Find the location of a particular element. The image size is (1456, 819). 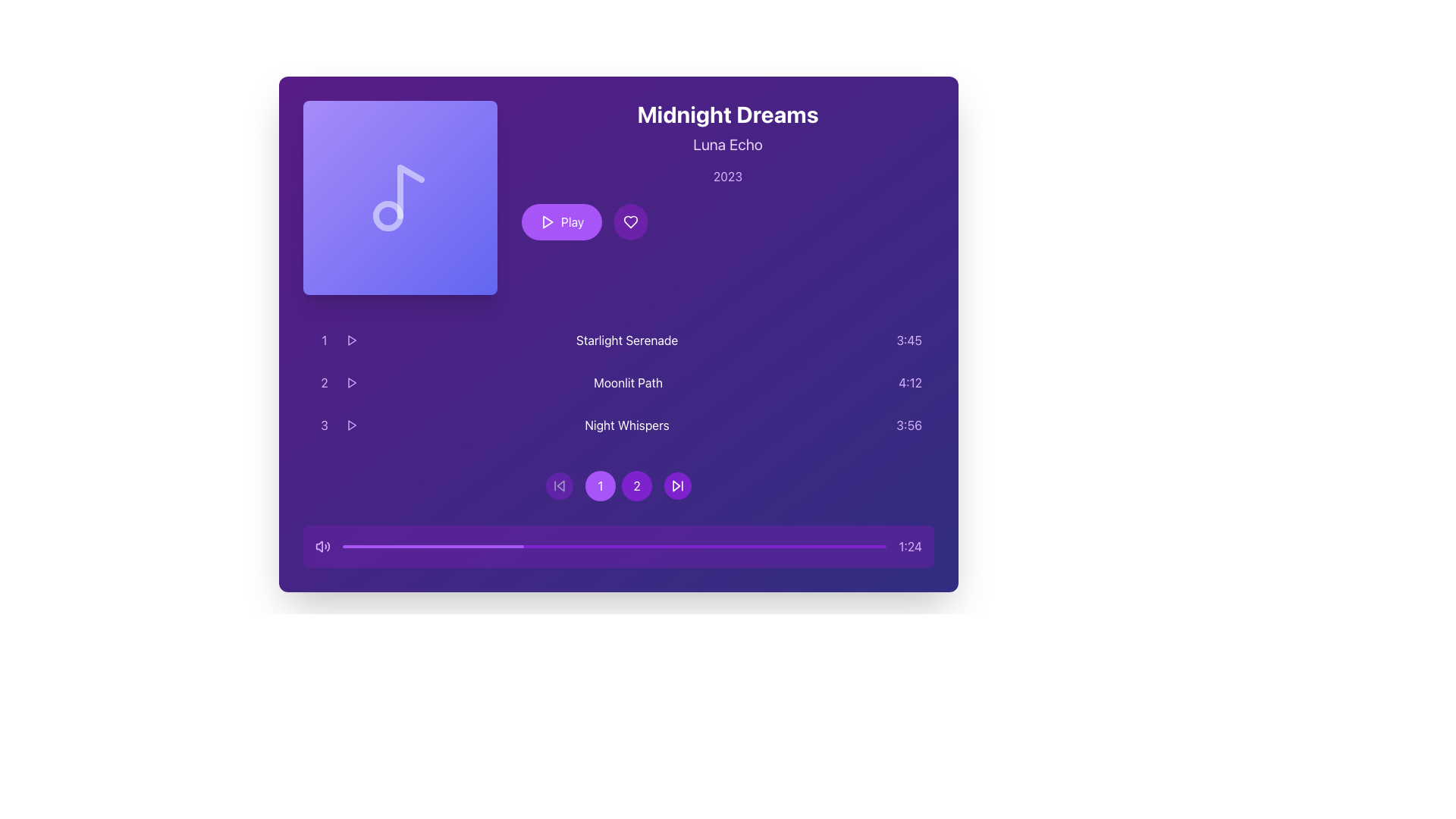

the play button icon for the first track 'Starlight Serenade', located next to the numeral '1' and above the song duration '3:45' is located at coordinates (351, 339).